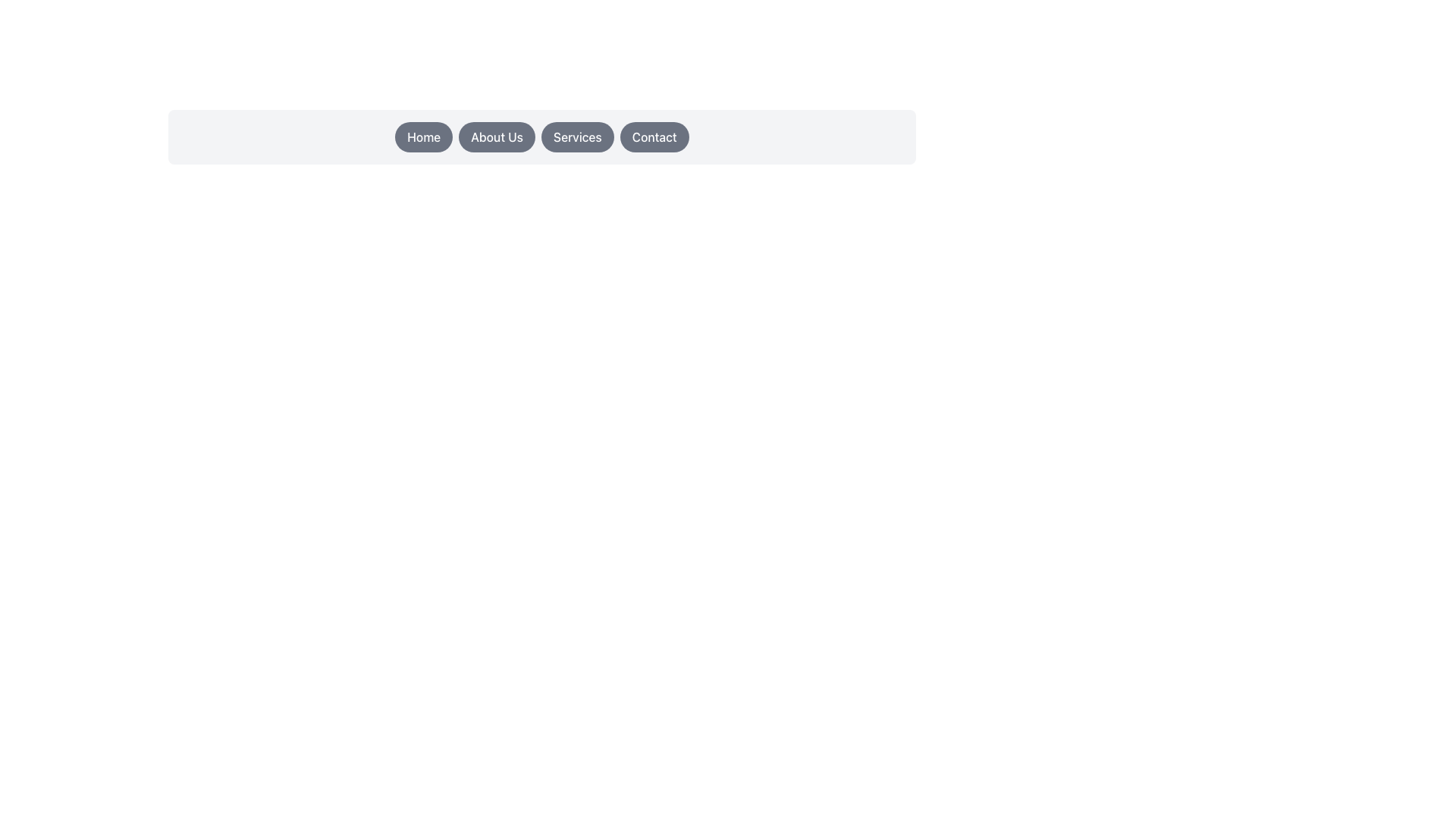 The height and width of the screenshot is (819, 1456). I want to click on the 'Services' navigation button, which is the third button in a row of four buttons labeled 'Home,' 'About Us,' 'Services,' and 'Contact', so click(576, 137).